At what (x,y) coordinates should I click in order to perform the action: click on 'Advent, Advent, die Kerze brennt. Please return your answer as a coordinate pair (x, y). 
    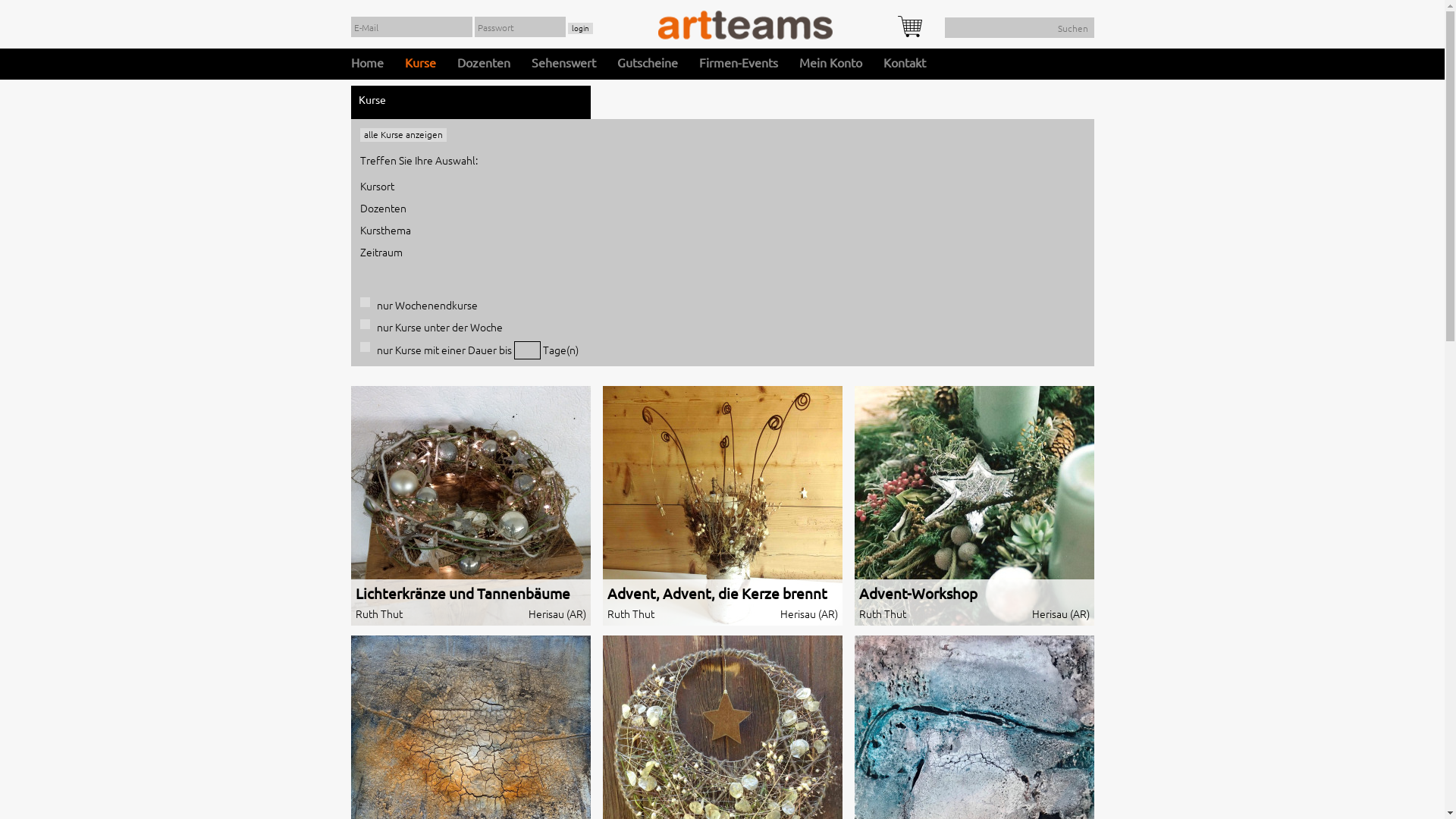
    Looking at the image, I should click on (720, 506).